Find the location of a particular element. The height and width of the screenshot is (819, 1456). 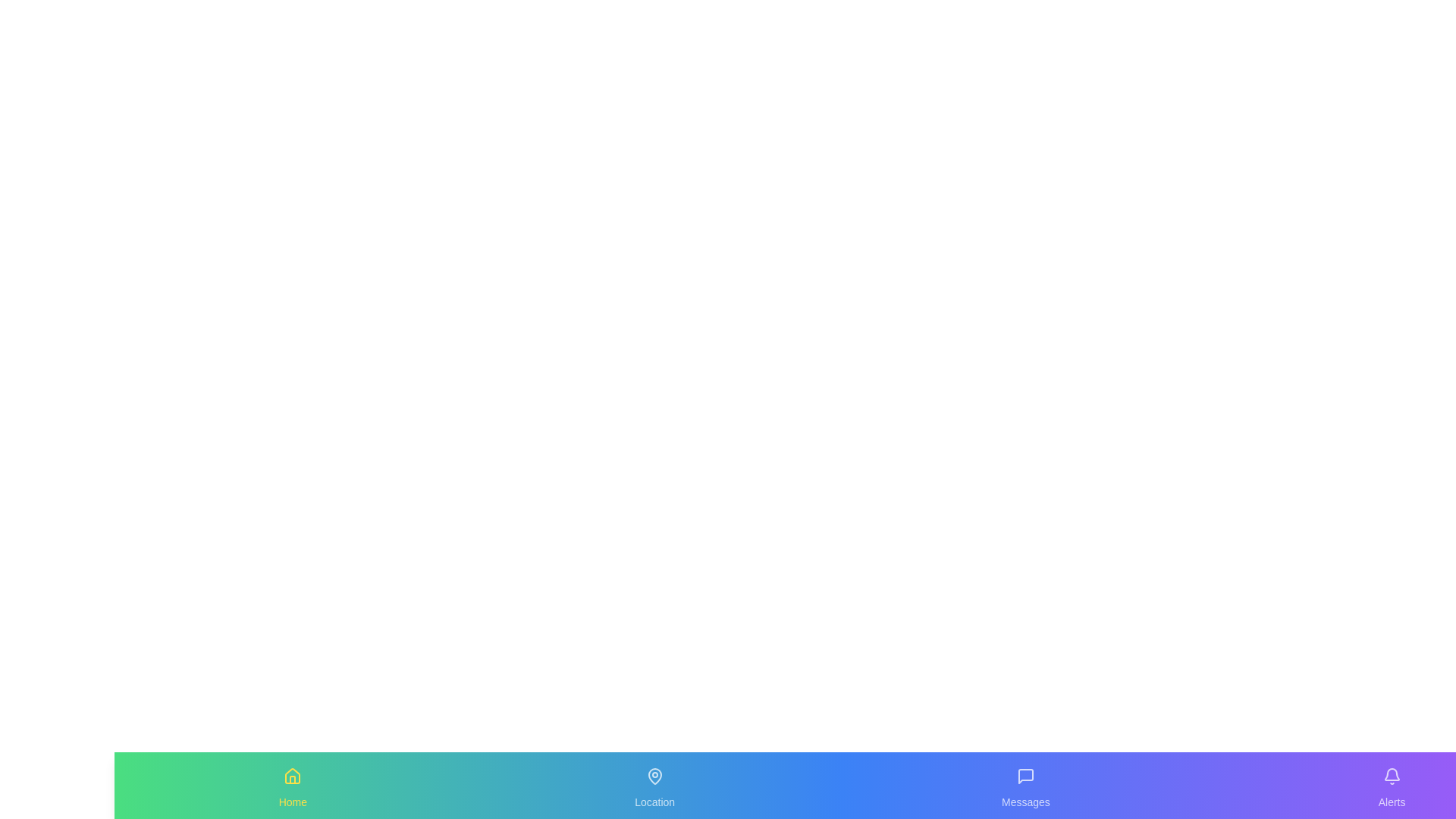

the Alerts tab by clicking on its icon or label is located at coordinates (1391, 785).